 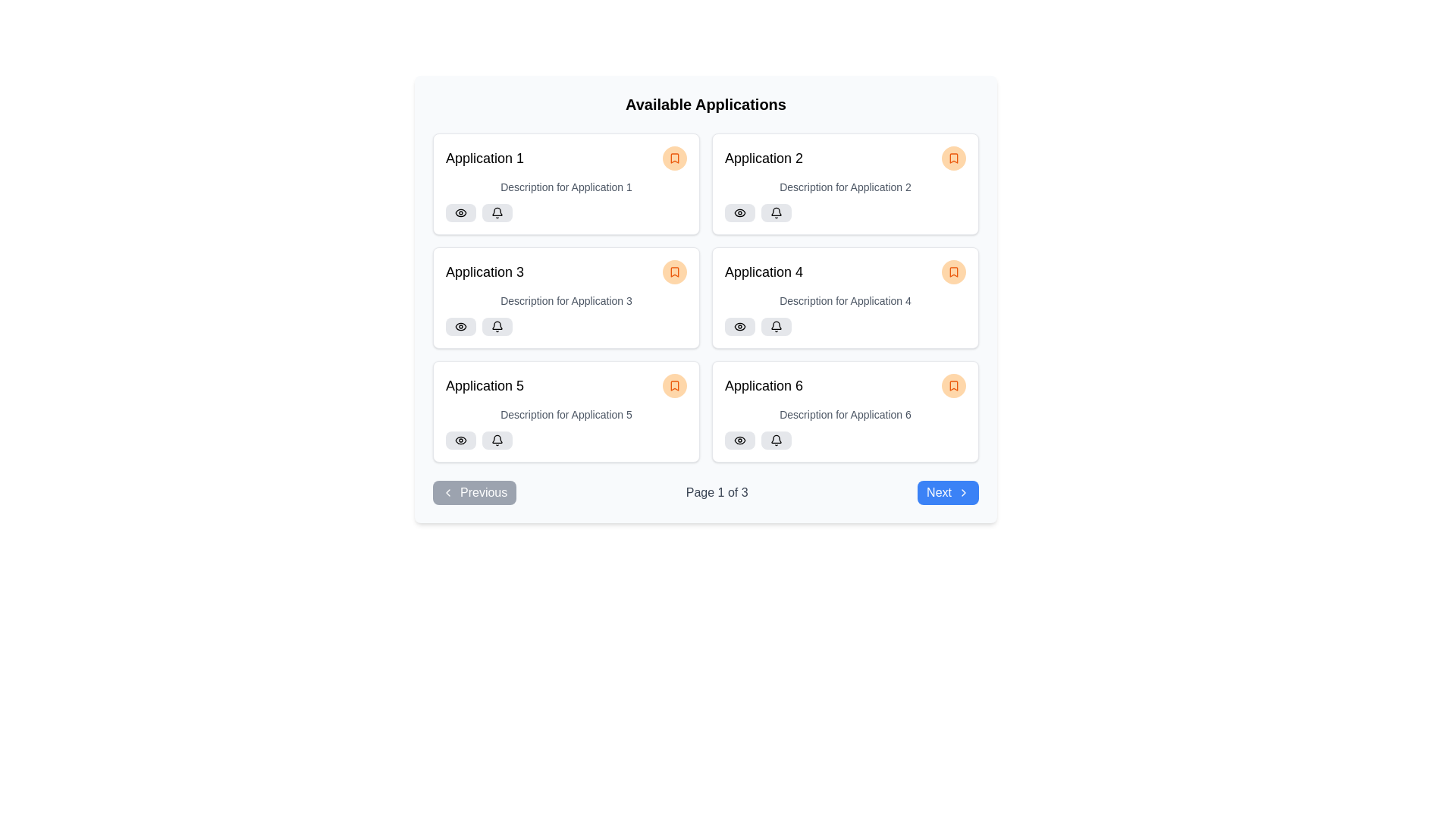 What do you see at coordinates (776, 213) in the screenshot?
I see `the notification toggle button located at the bottom of the 'Application 2' card, positioned between the eye icon button and the bookmark icon button` at bounding box center [776, 213].